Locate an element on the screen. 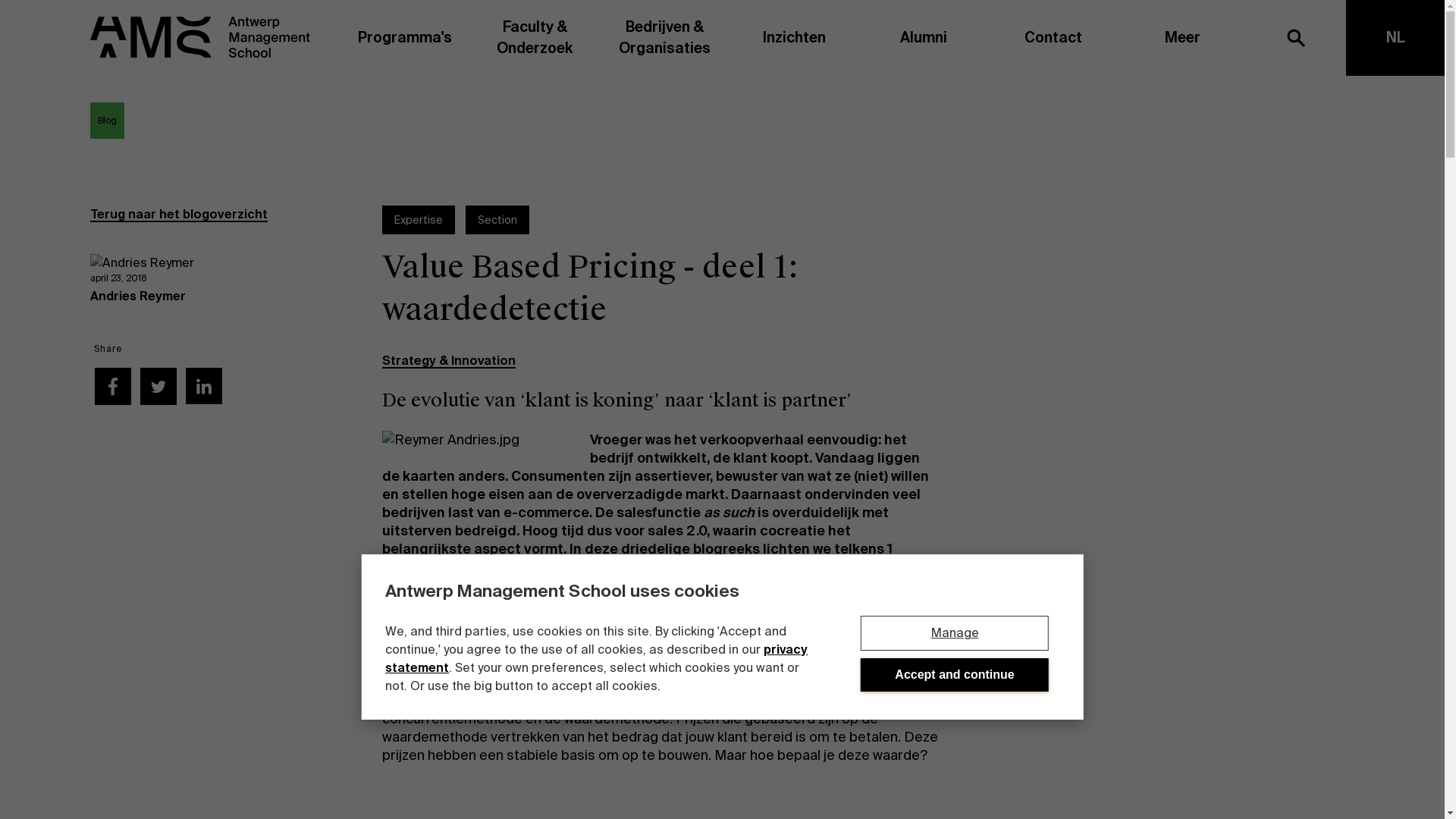 The image size is (1456, 819). 'Strategy & Innovation' is located at coordinates (447, 360).